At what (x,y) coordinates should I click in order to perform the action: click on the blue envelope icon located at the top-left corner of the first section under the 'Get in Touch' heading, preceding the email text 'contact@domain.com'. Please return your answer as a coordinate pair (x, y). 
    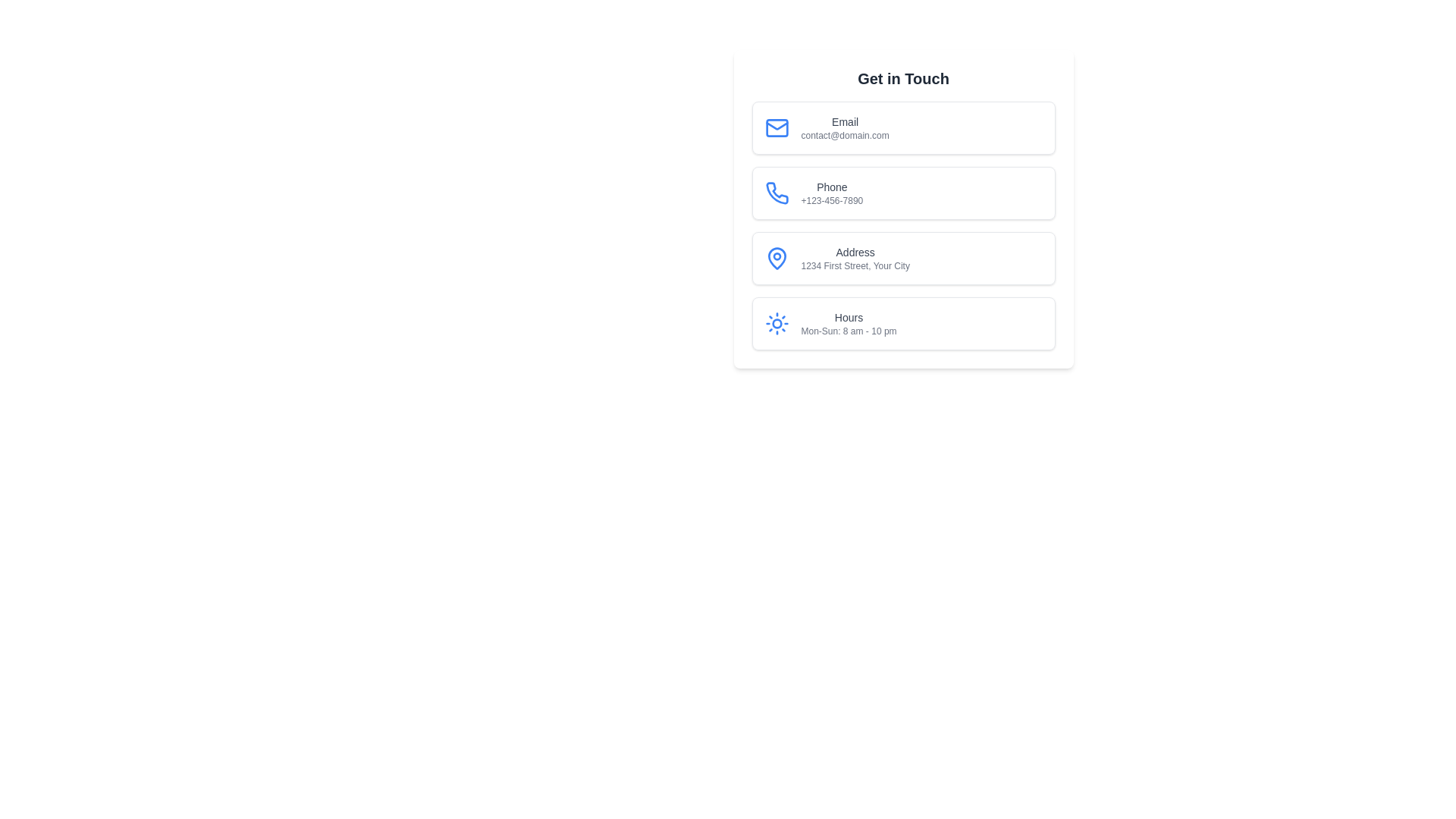
    Looking at the image, I should click on (776, 127).